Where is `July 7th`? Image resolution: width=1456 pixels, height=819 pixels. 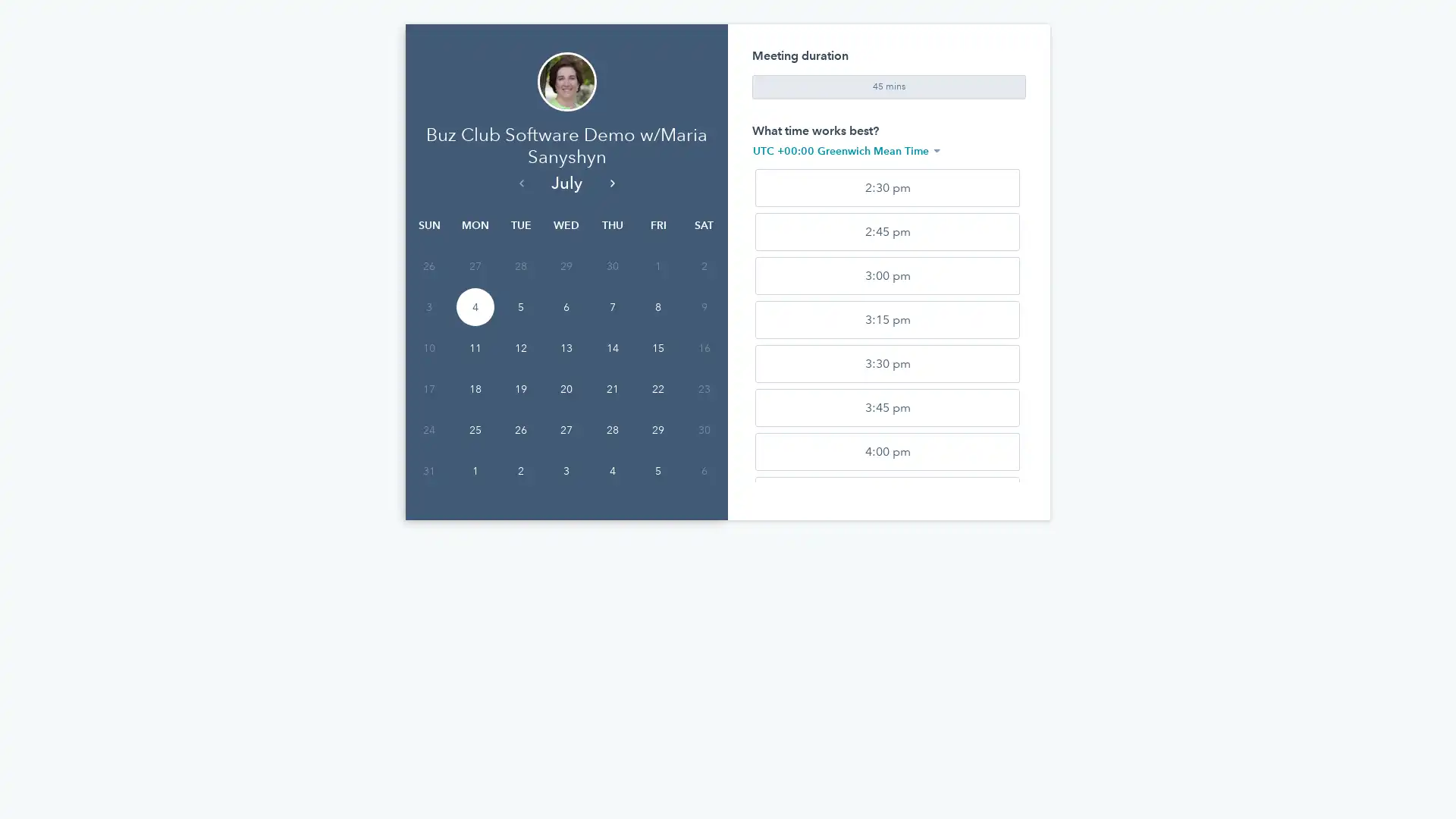 July 7th is located at coordinates (611, 365).